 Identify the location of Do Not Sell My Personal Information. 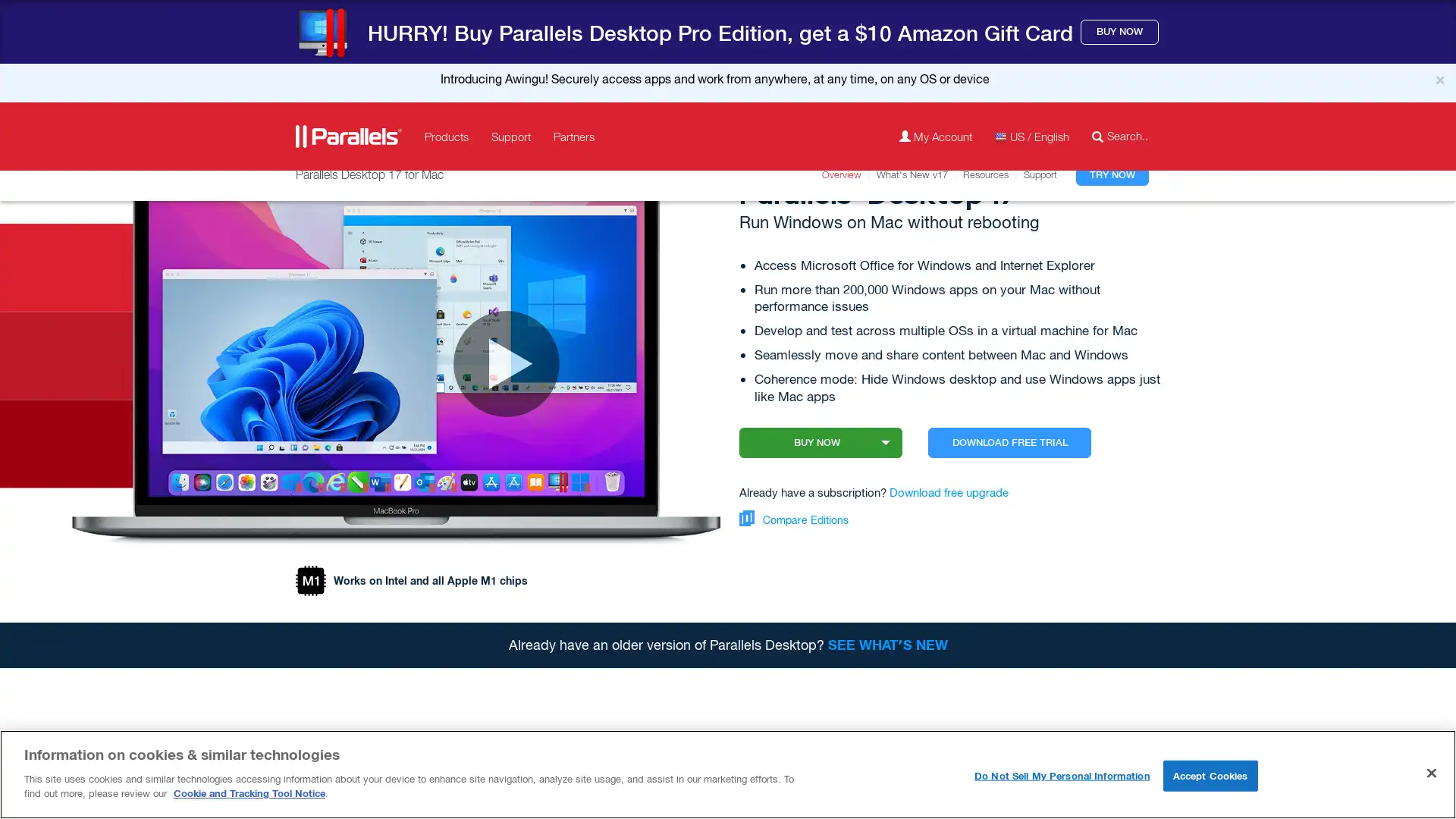
(1061, 775).